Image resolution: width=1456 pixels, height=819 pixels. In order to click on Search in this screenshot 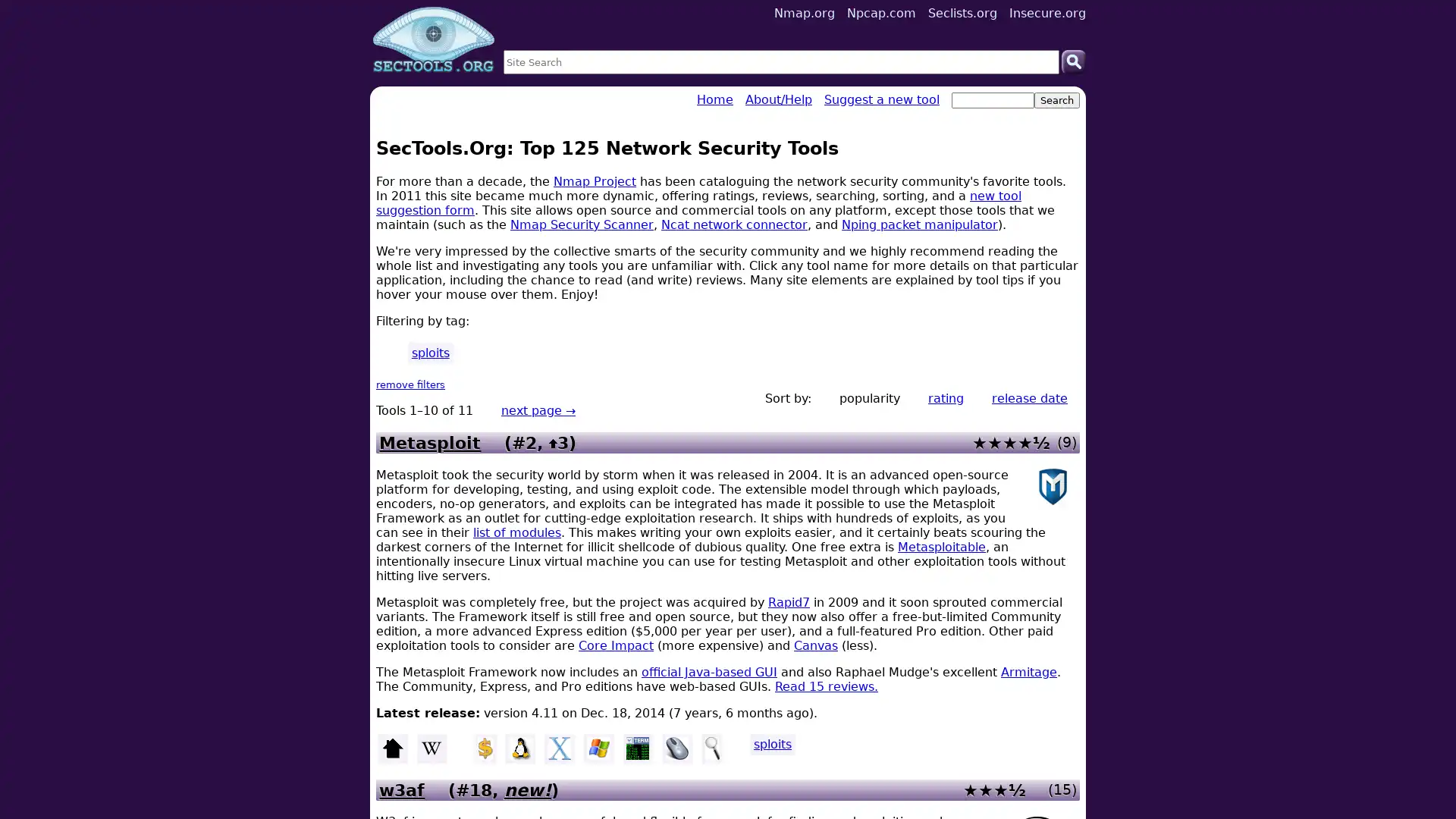, I will do `click(1073, 61)`.